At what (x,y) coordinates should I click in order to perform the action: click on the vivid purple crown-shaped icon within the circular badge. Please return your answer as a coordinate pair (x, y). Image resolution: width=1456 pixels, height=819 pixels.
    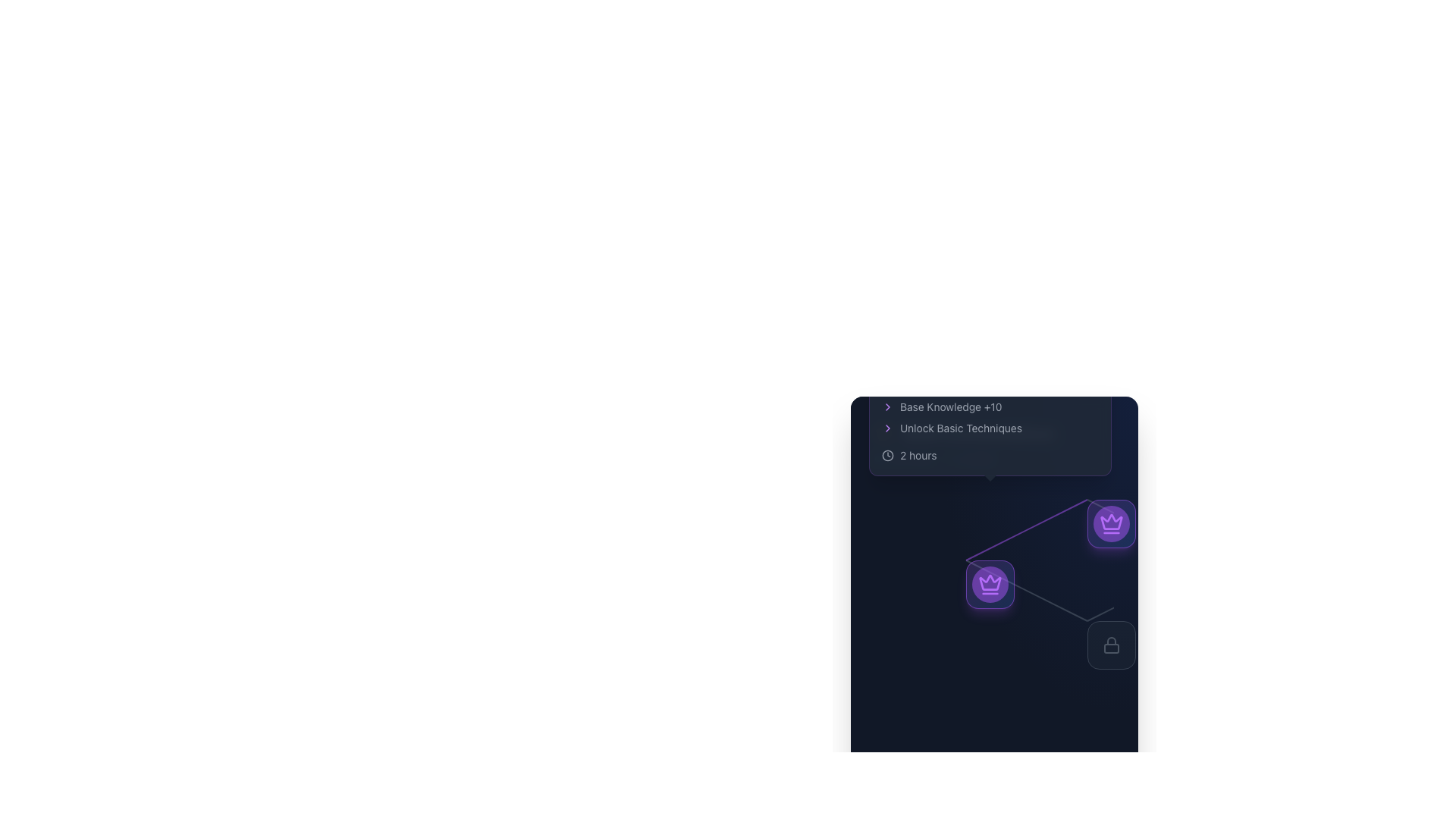
    Looking at the image, I should click on (1111, 522).